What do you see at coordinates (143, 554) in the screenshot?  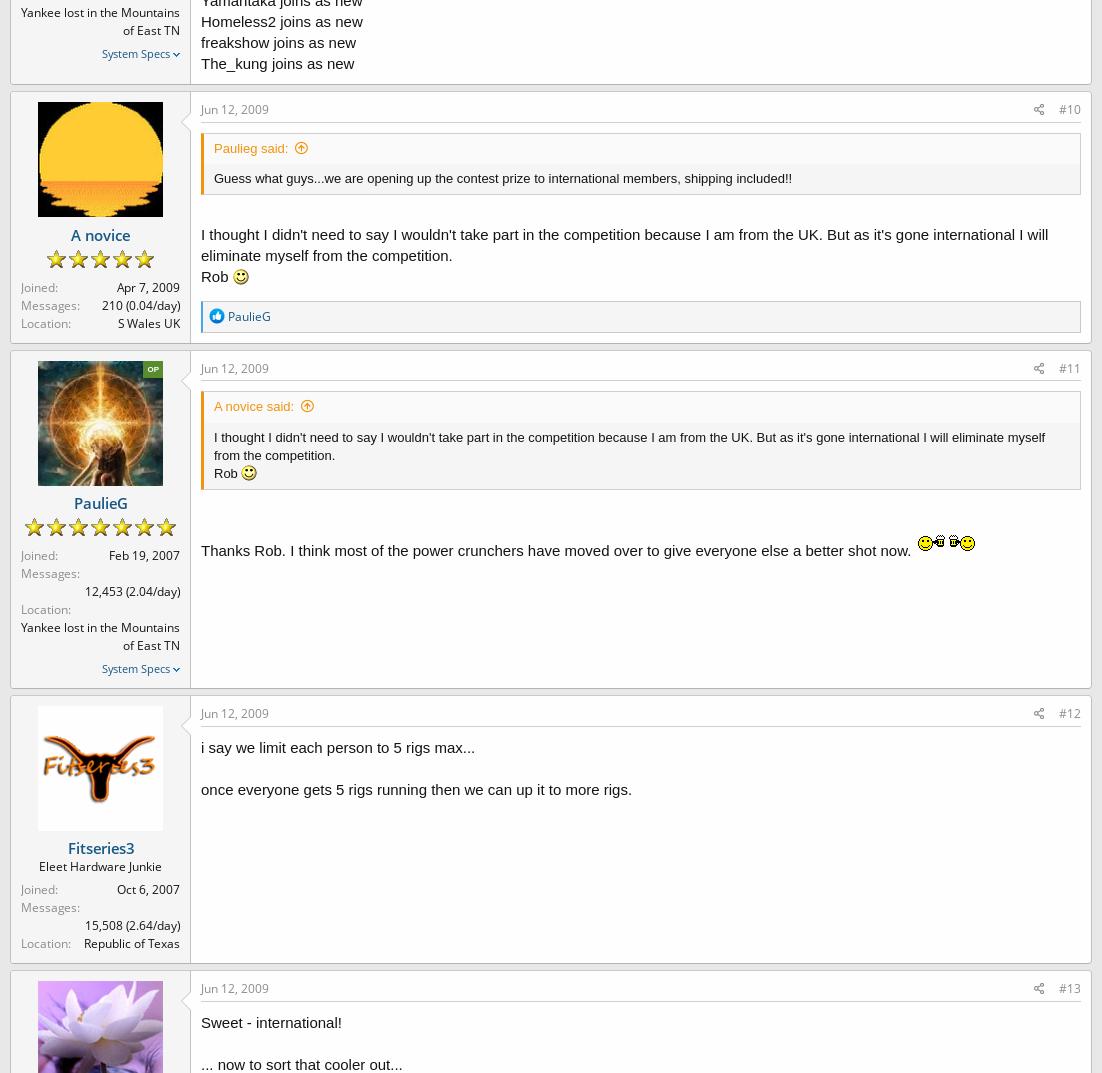 I see `'Feb 19, 2007'` at bounding box center [143, 554].